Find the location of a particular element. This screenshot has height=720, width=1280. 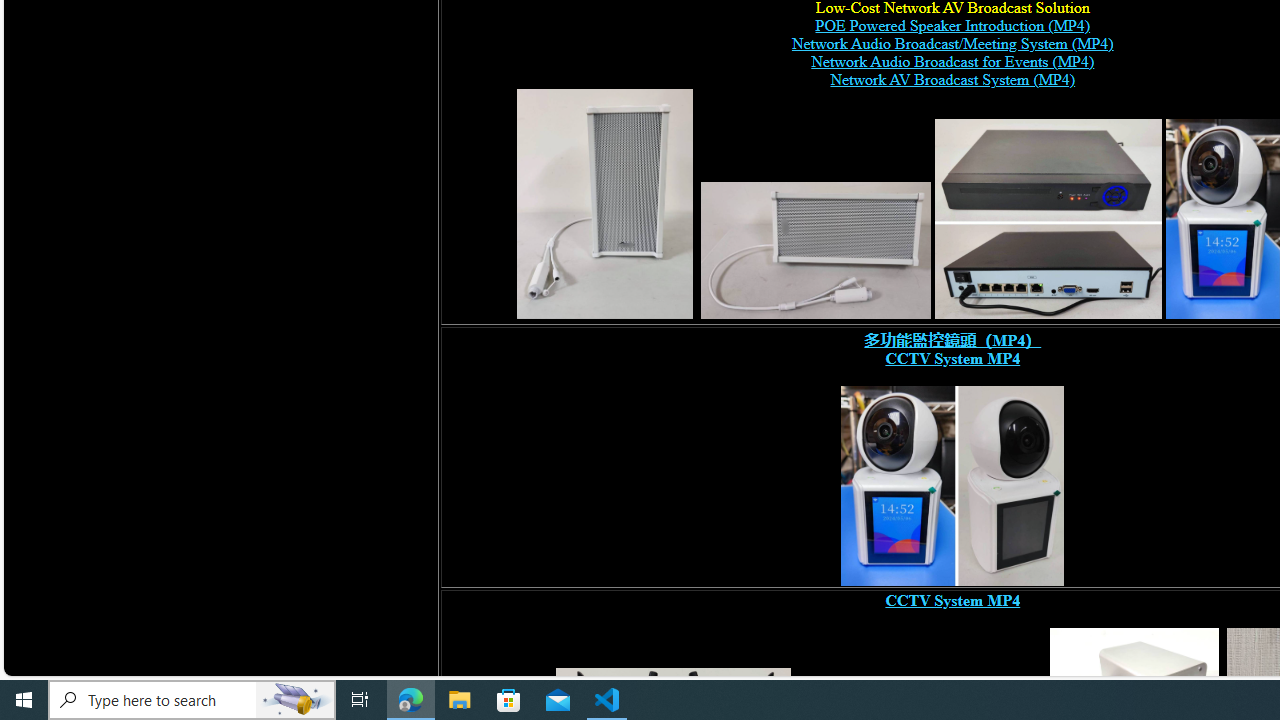

'POE Powered Speaker Introduction (MP4)' is located at coordinates (951, 26).